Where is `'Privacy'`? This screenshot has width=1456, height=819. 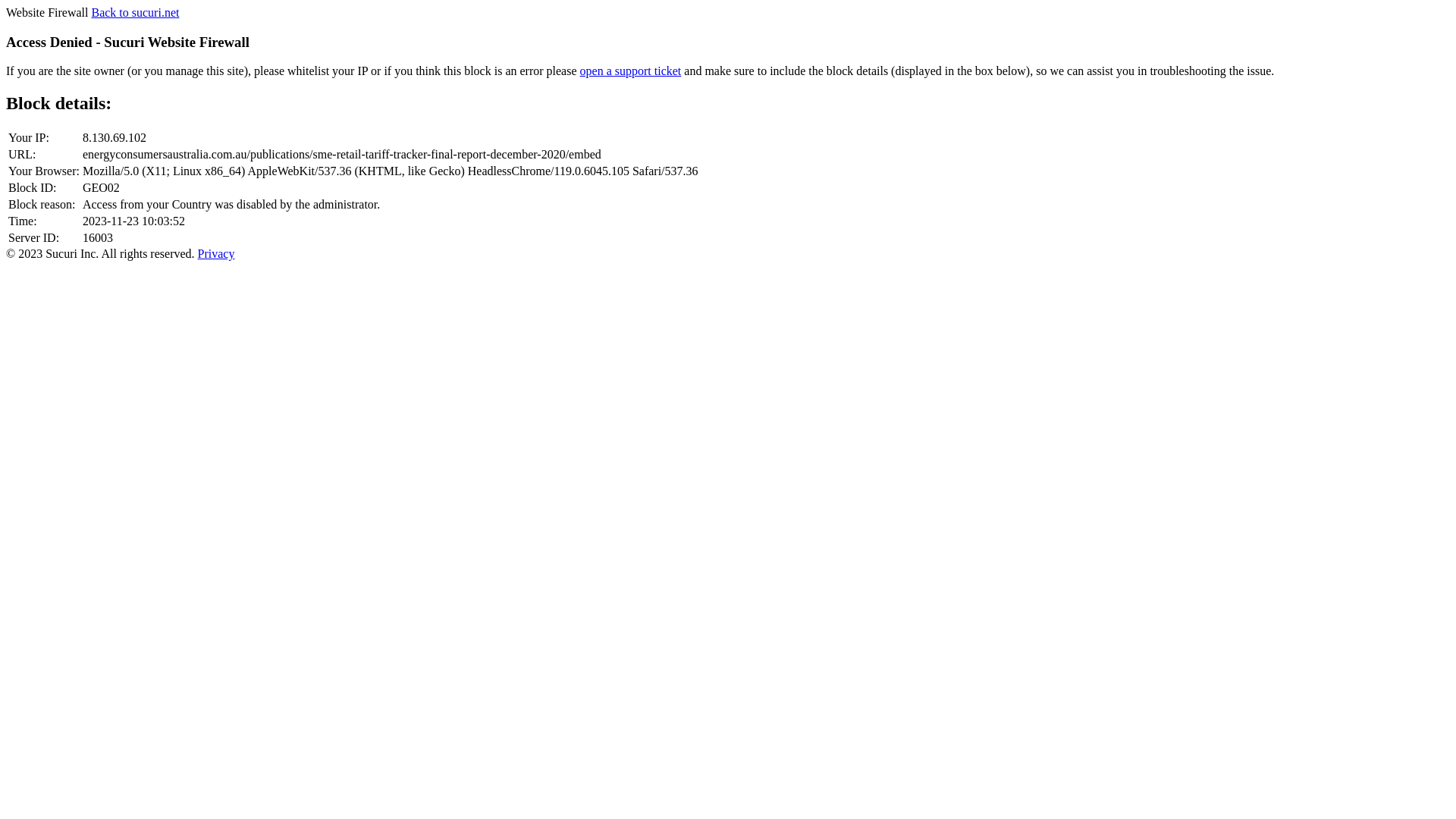
'Privacy' is located at coordinates (215, 253).